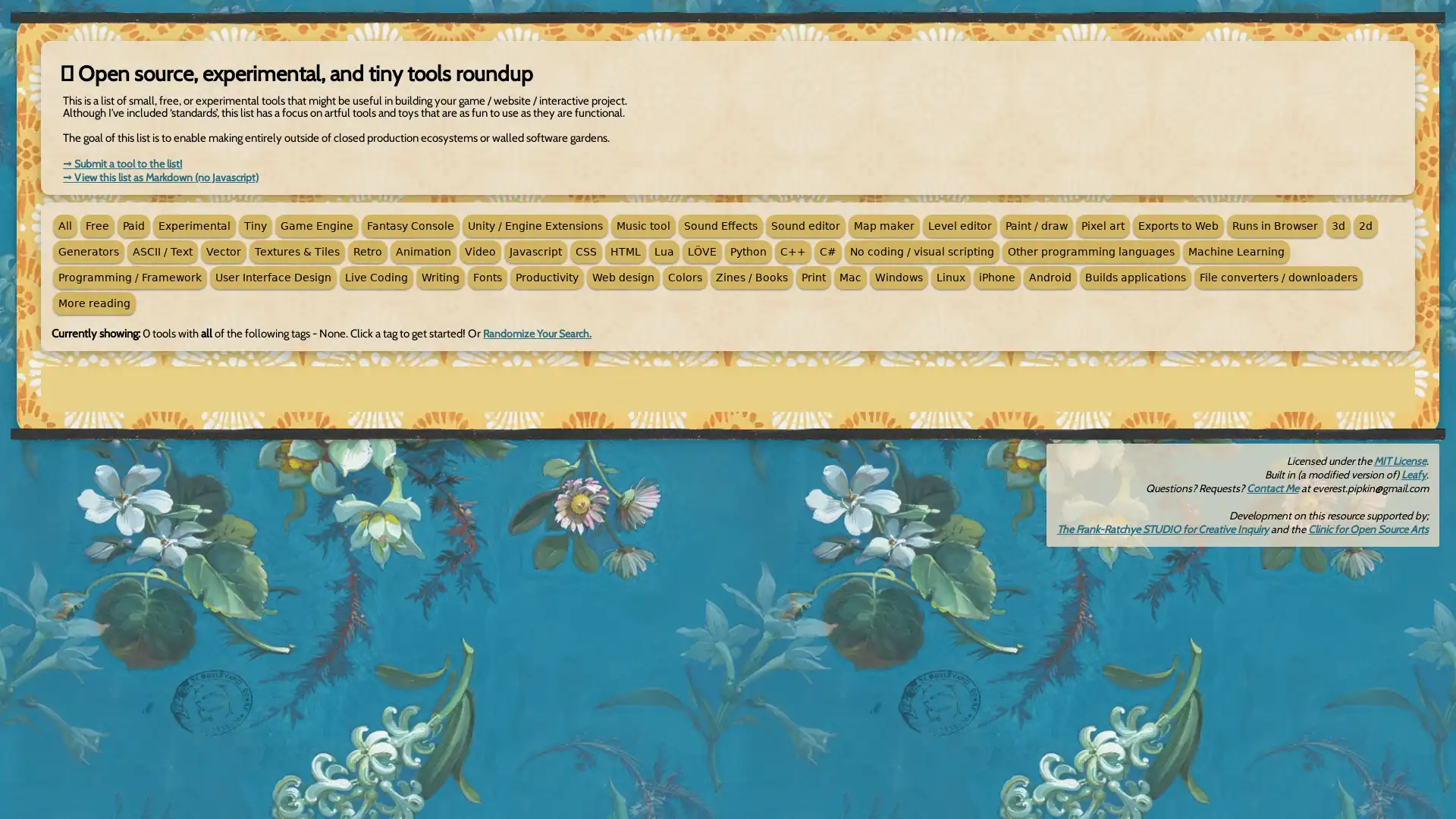 This screenshot has width=1456, height=819. What do you see at coordinates (87, 250) in the screenshot?
I see `Generators` at bounding box center [87, 250].